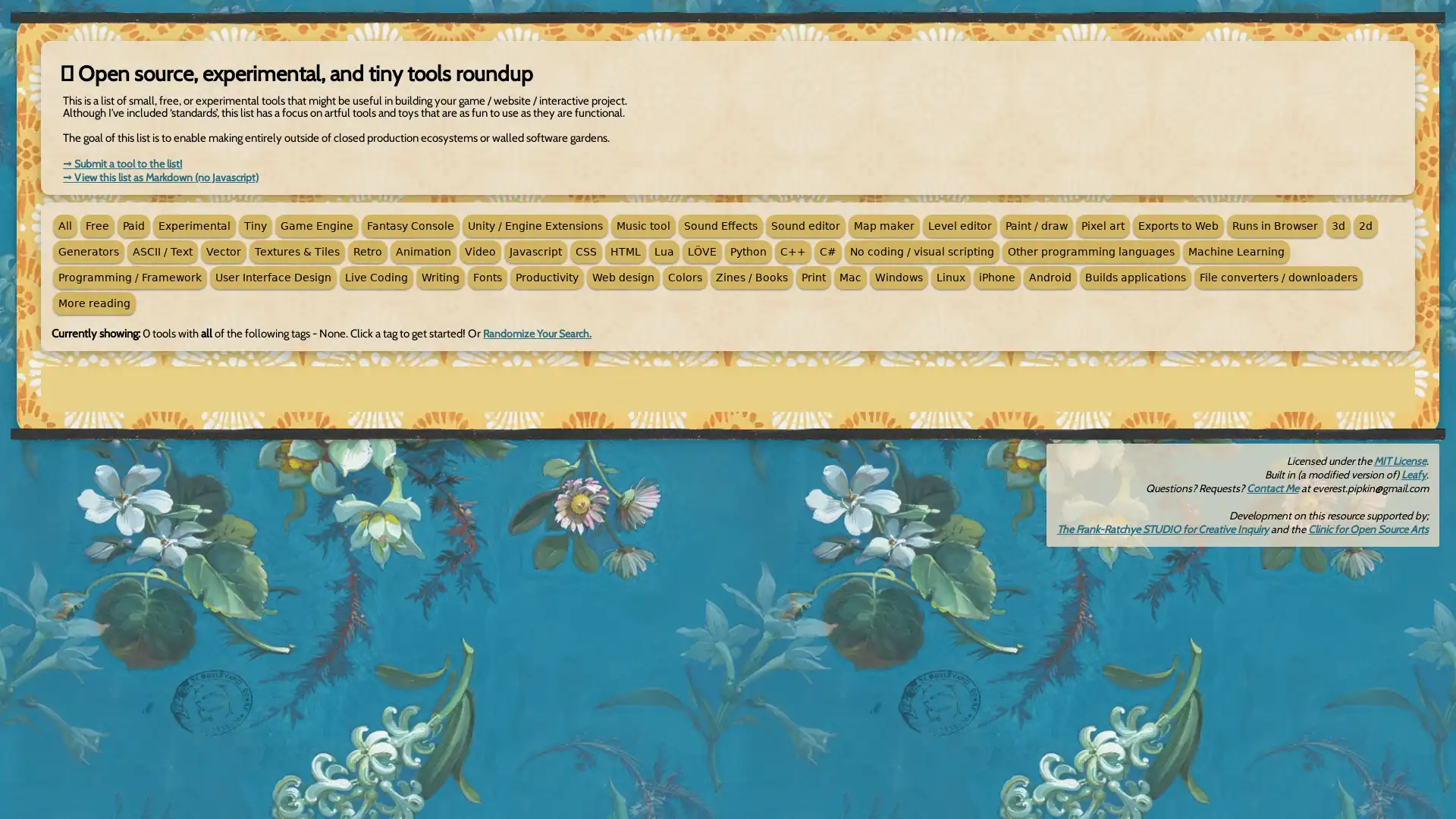 This screenshot has width=1456, height=819. What do you see at coordinates (87, 250) in the screenshot?
I see `Generators` at bounding box center [87, 250].